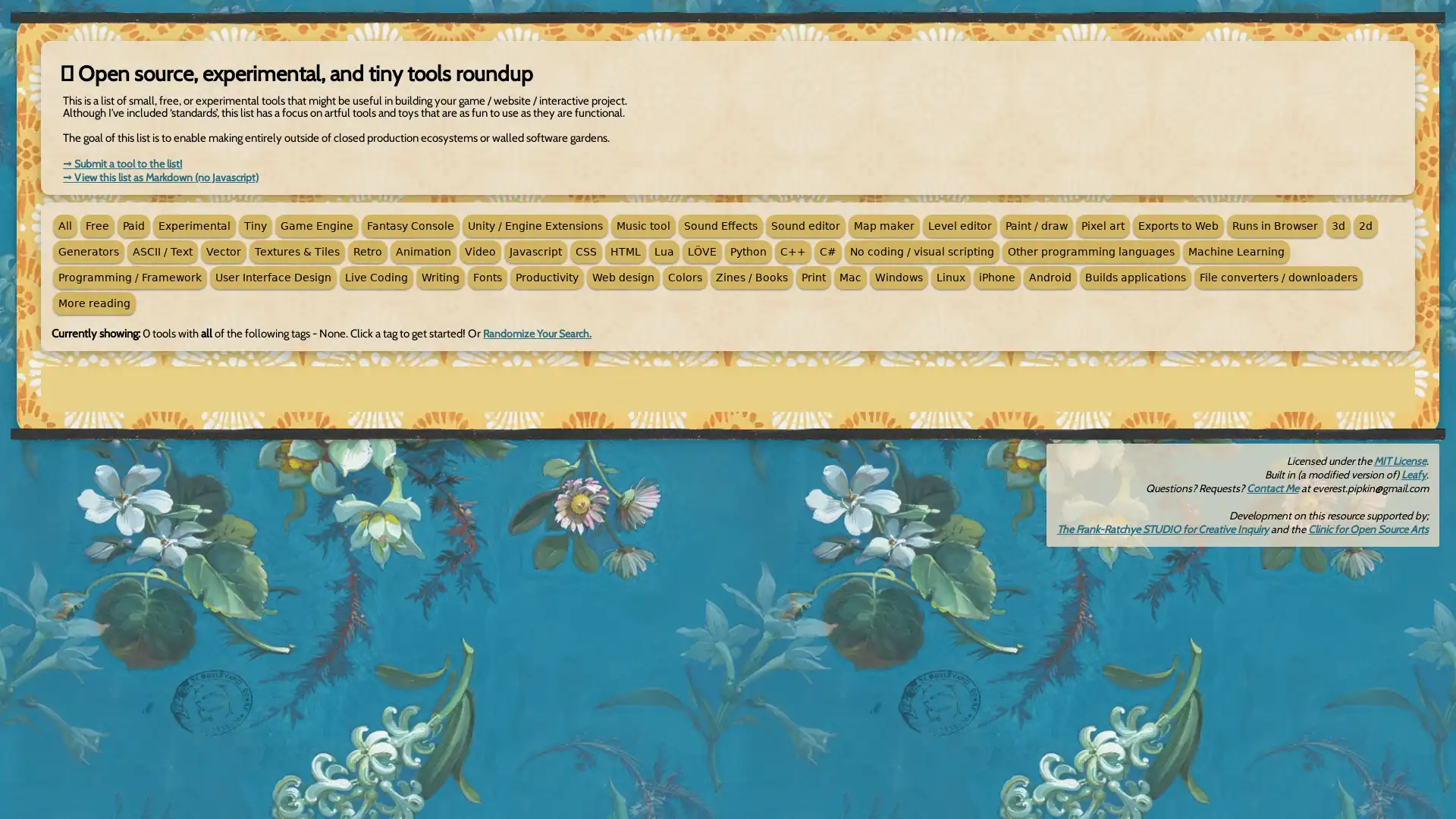 This screenshot has width=1456, height=819. What do you see at coordinates (87, 250) in the screenshot?
I see `Generators` at bounding box center [87, 250].